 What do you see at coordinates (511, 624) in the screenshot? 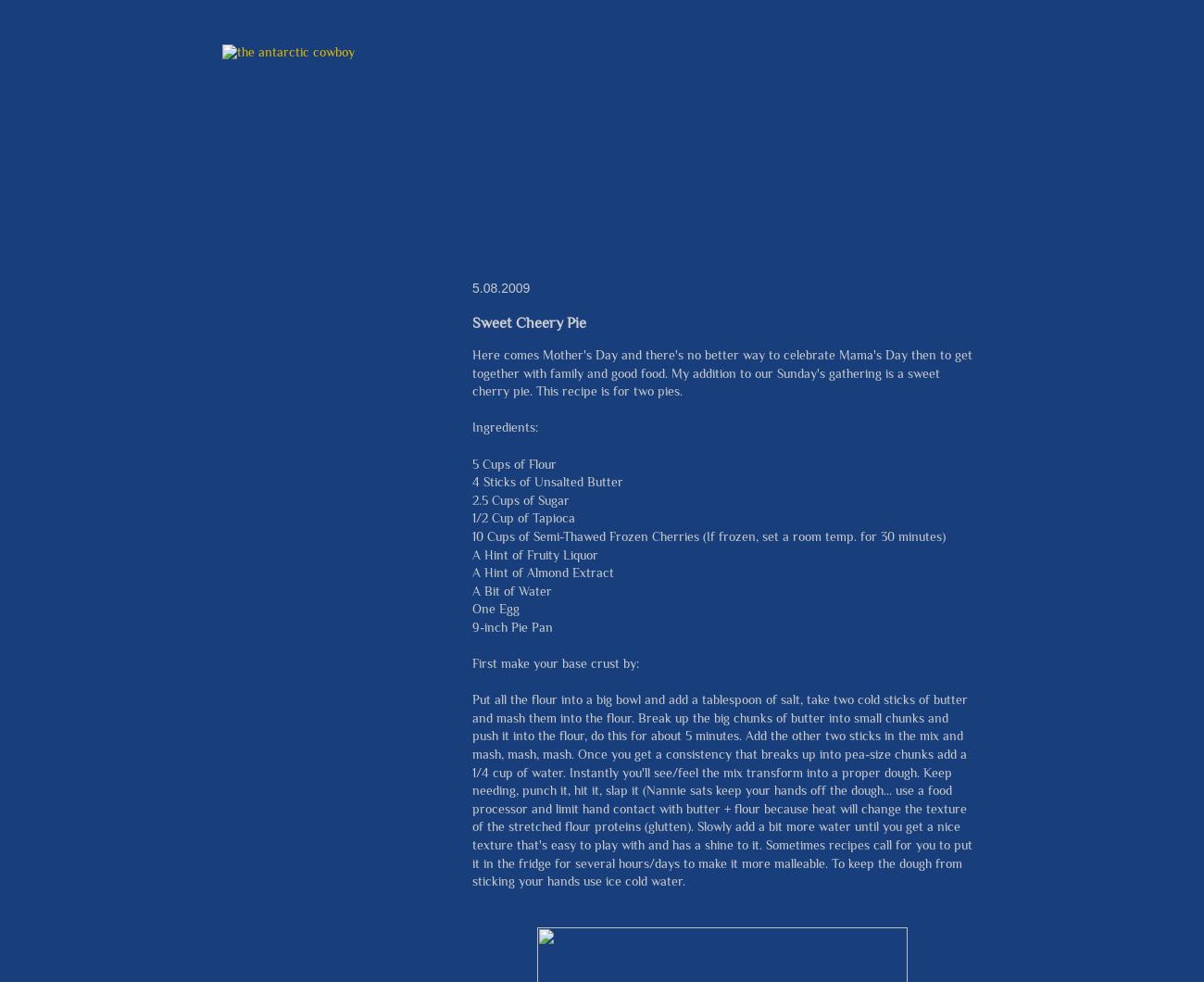
I see `'9-inch Pie Pan'` at bounding box center [511, 624].